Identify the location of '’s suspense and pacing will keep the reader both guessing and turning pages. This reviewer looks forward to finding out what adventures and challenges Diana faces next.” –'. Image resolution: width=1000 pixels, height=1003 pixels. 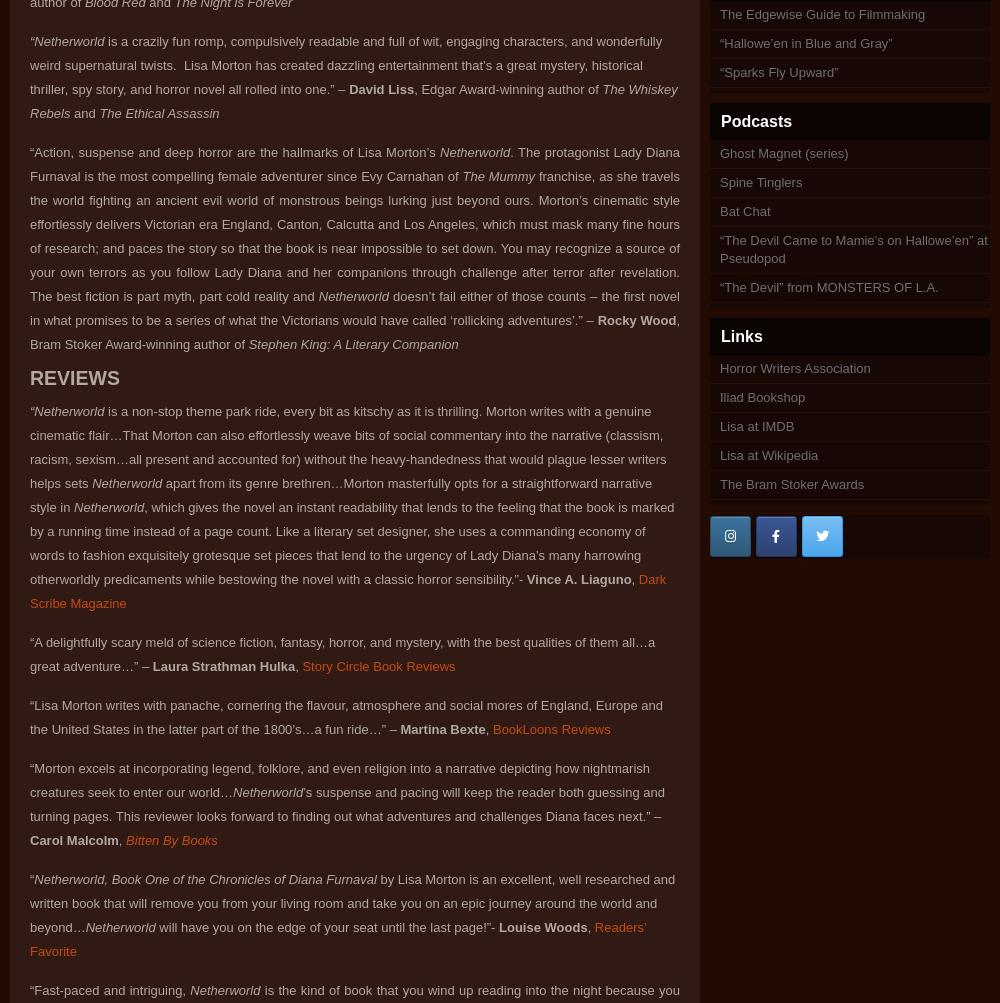
(346, 804).